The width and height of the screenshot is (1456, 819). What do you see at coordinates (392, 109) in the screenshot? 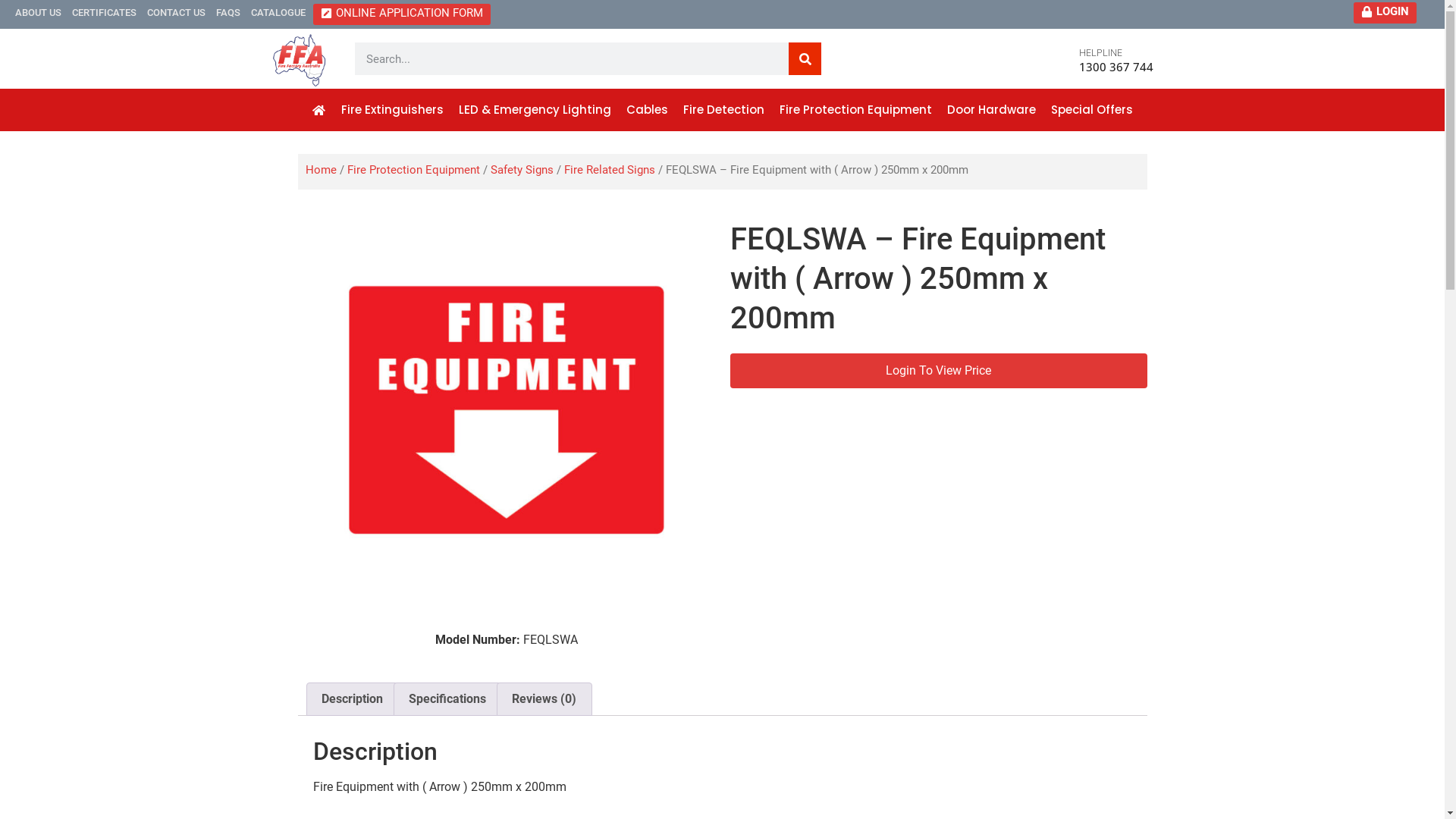
I see `'Fire Extinguishers'` at bounding box center [392, 109].